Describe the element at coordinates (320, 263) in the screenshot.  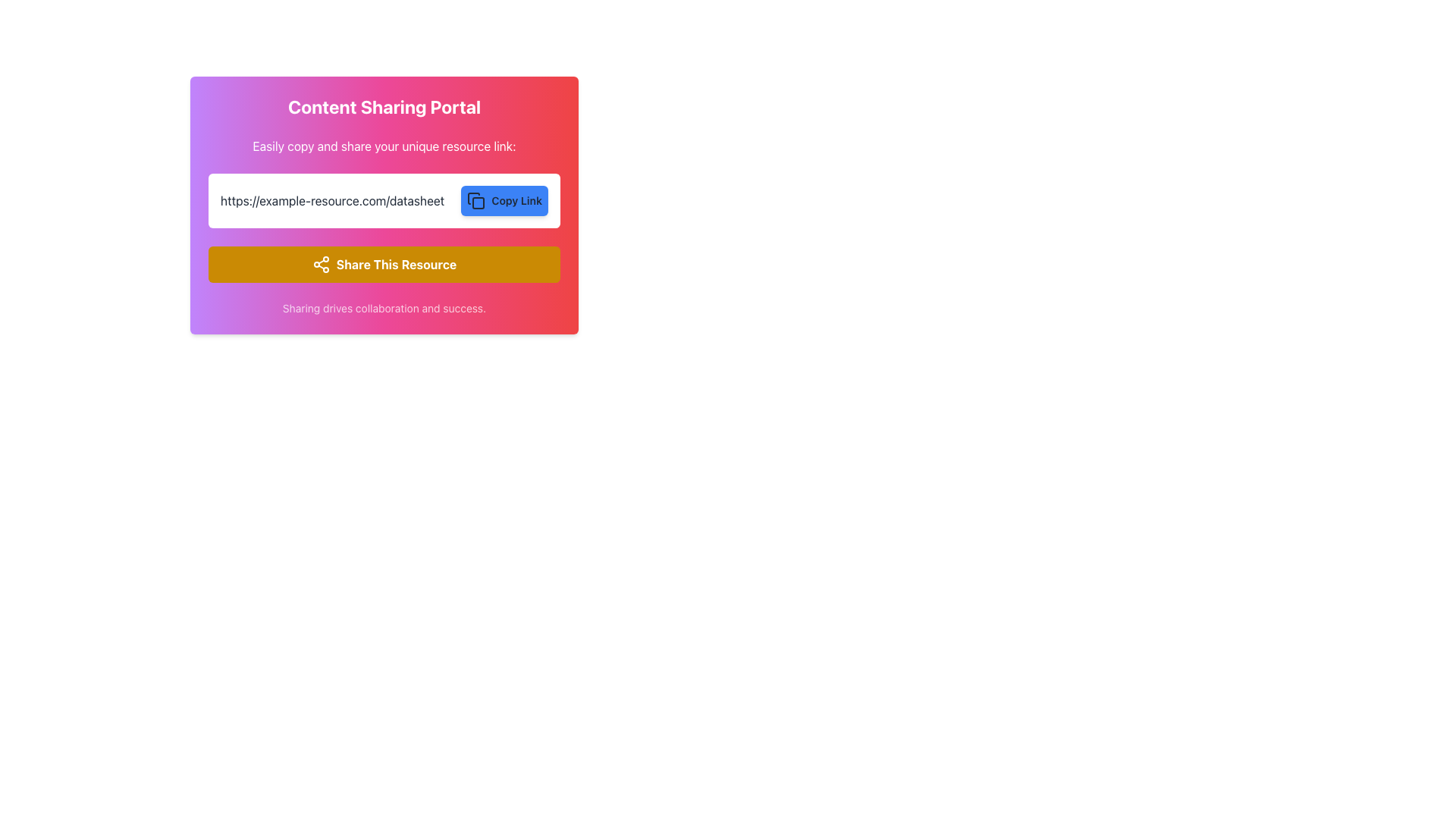
I see `the share icon represented by three connected circles with lines between them, which is part of the yellow button labeled 'Share This Resource' in the 'Content Sharing Portal' panel` at that location.